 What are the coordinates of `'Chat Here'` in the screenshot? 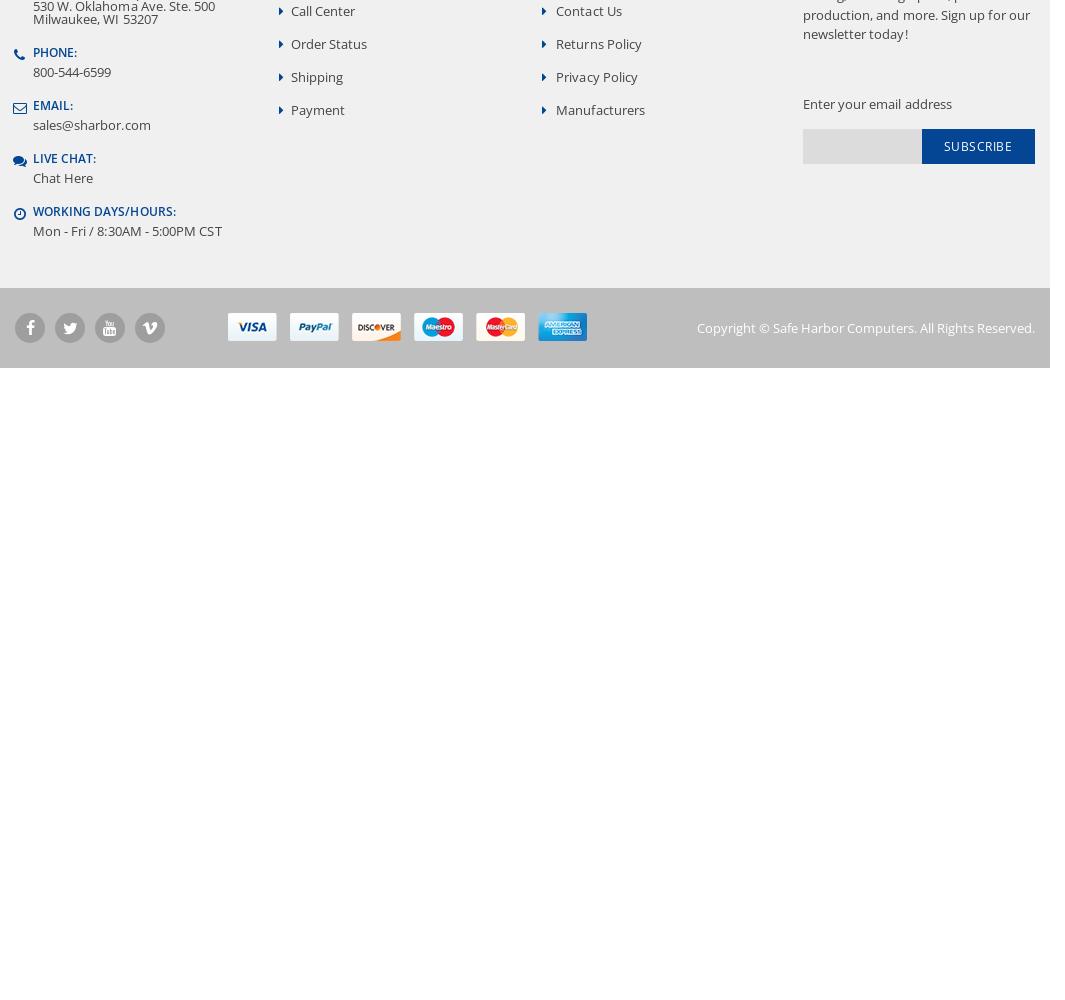 It's located at (61, 177).